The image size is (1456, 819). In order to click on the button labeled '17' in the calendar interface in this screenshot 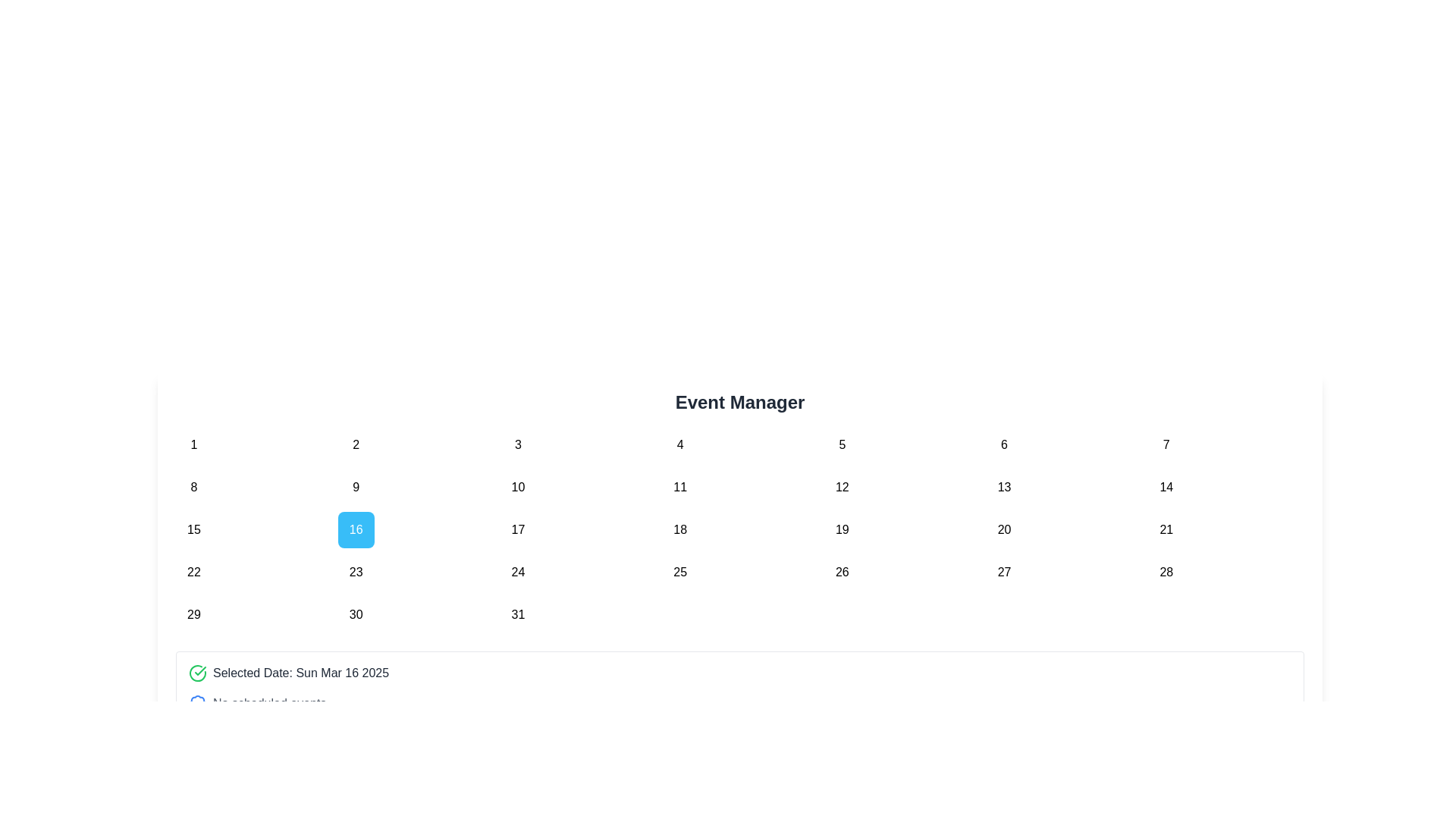, I will do `click(518, 529)`.